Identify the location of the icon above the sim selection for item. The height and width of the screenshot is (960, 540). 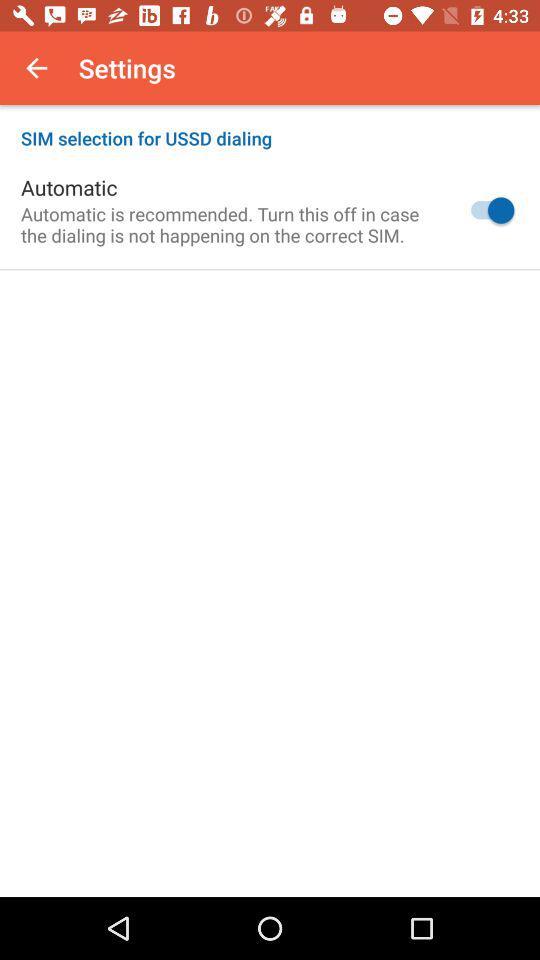
(36, 68).